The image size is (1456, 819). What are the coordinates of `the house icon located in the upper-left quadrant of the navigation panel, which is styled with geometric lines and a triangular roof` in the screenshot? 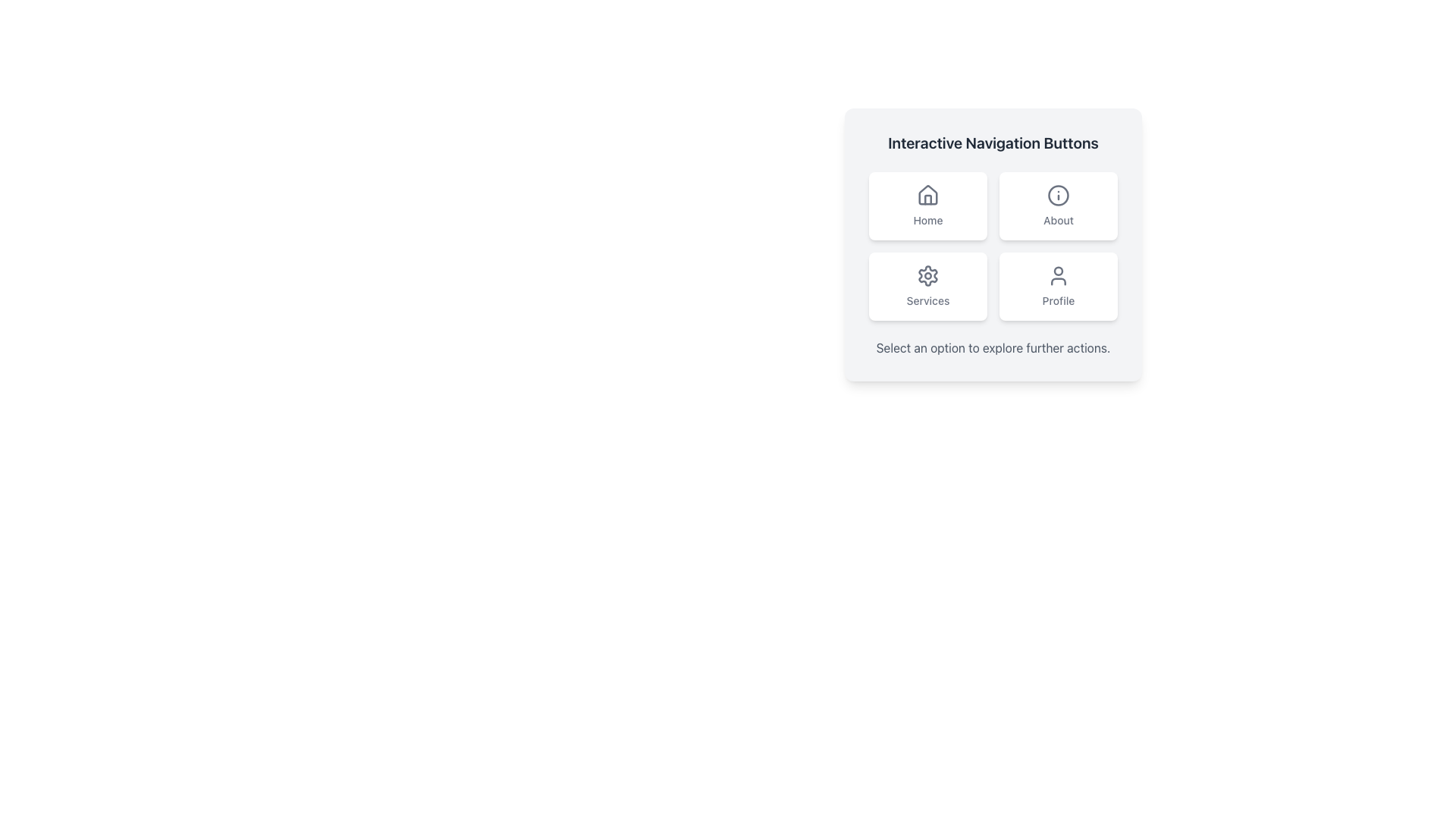 It's located at (927, 194).